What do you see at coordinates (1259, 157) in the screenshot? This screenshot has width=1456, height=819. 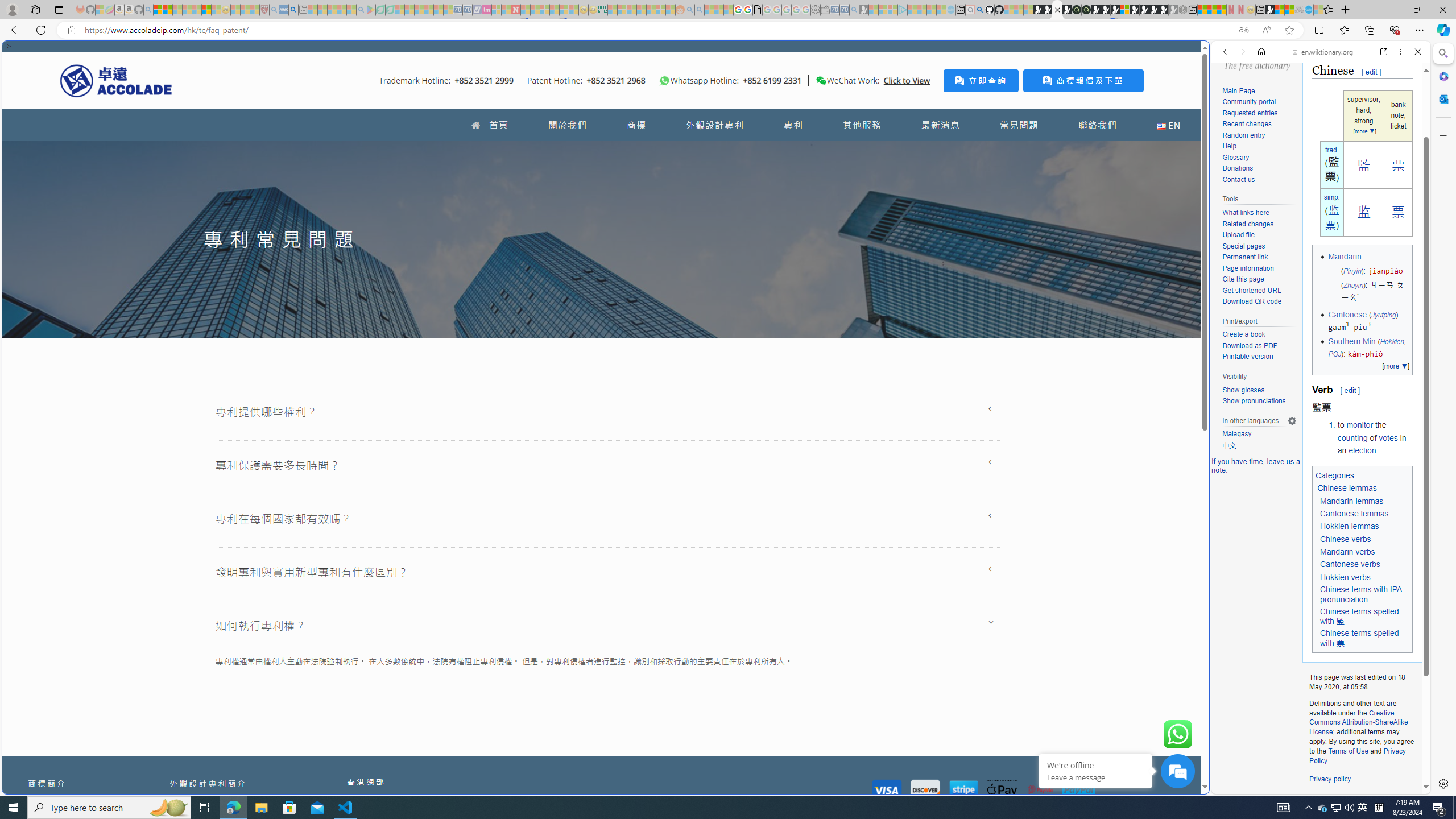 I see `'Glossary'` at bounding box center [1259, 157].